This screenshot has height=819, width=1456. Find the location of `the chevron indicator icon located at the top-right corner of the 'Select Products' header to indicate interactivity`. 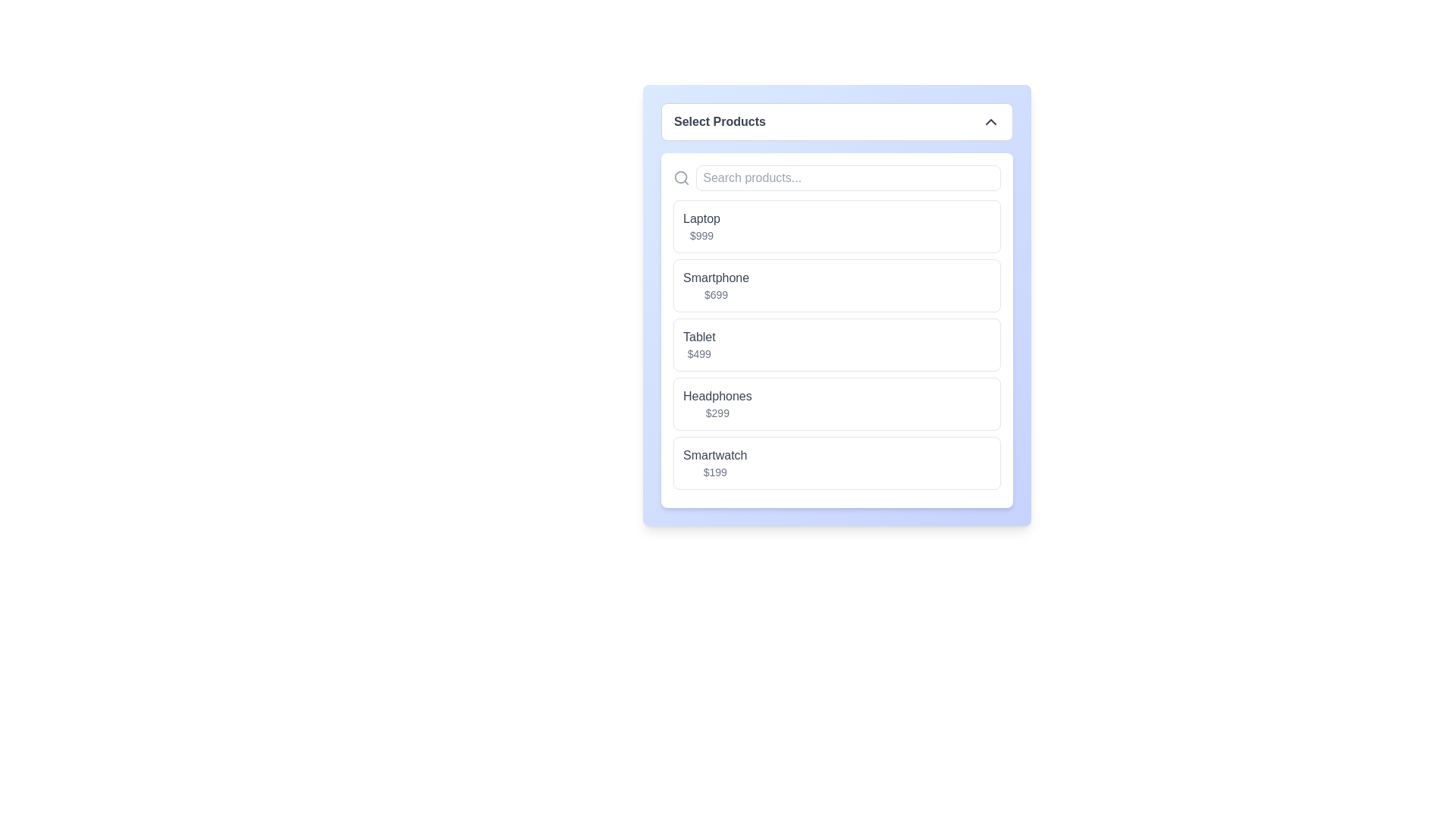

the chevron indicator icon located at the top-right corner of the 'Select Products' header to indicate interactivity is located at coordinates (990, 121).